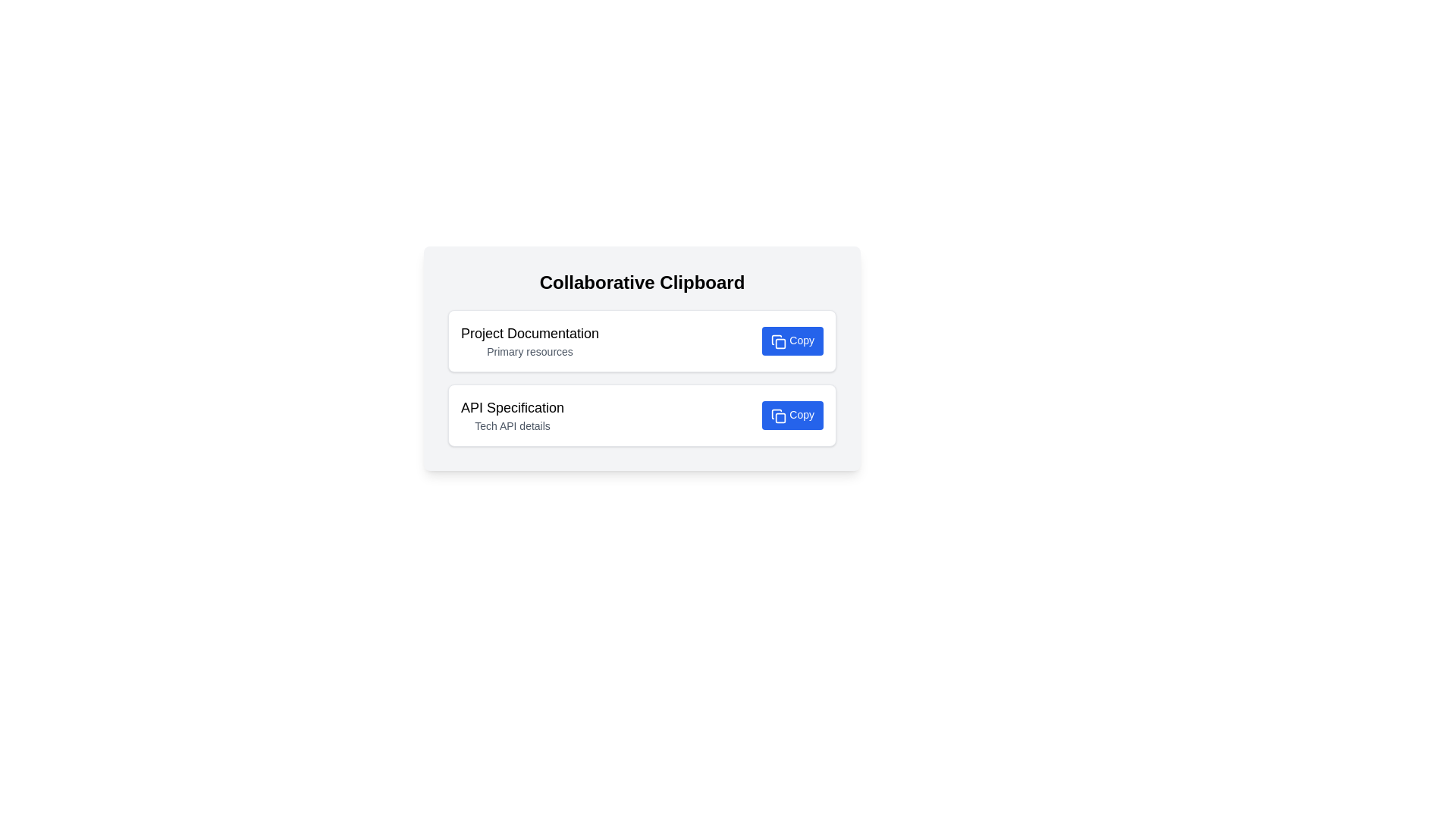 Image resolution: width=1456 pixels, height=819 pixels. I want to click on text from the title label located above 'Tech API details' in the lower section of the two-item list interface, so click(513, 406).